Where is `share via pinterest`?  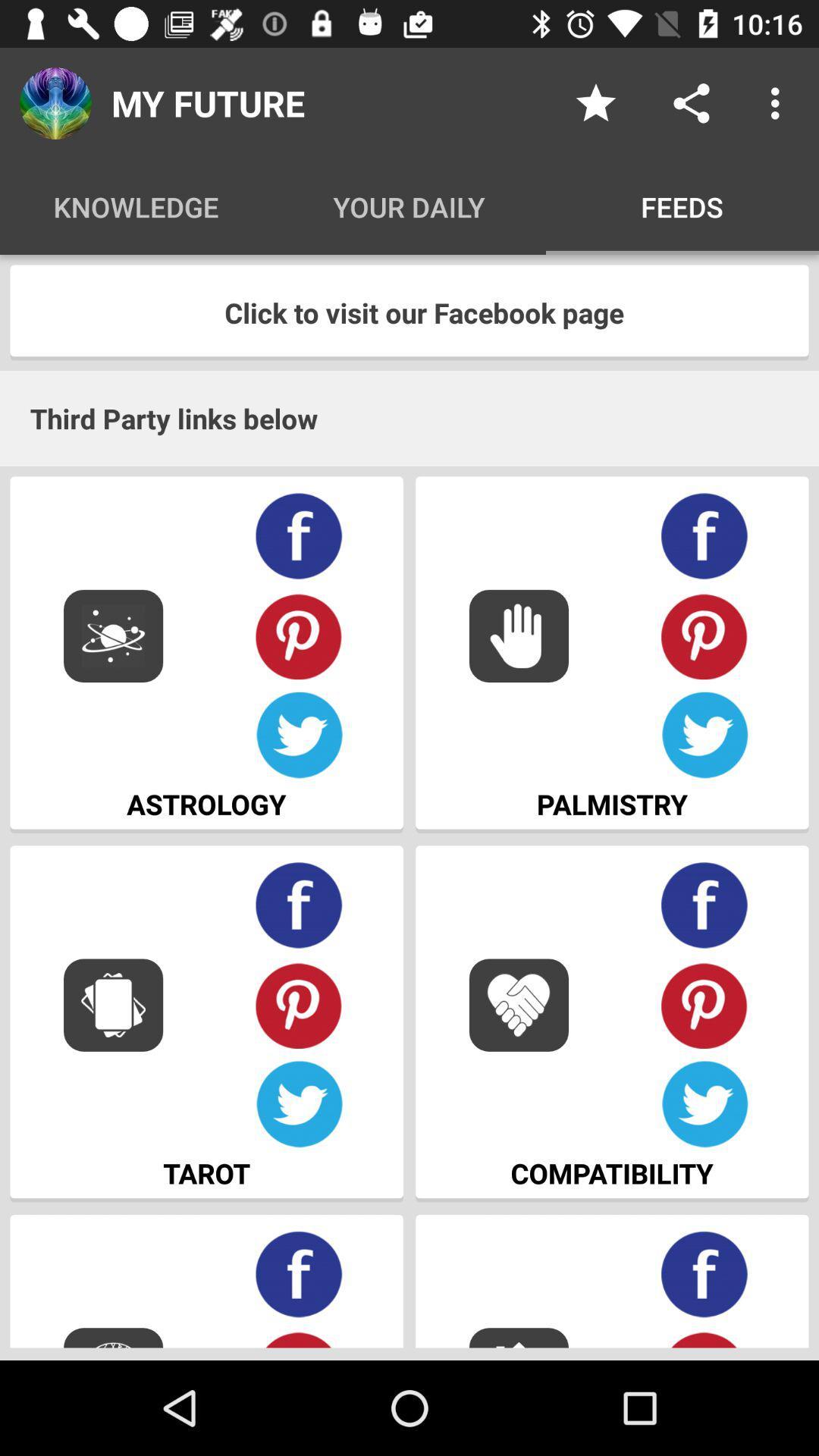
share via pinterest is located at coordinates (704, 1338).